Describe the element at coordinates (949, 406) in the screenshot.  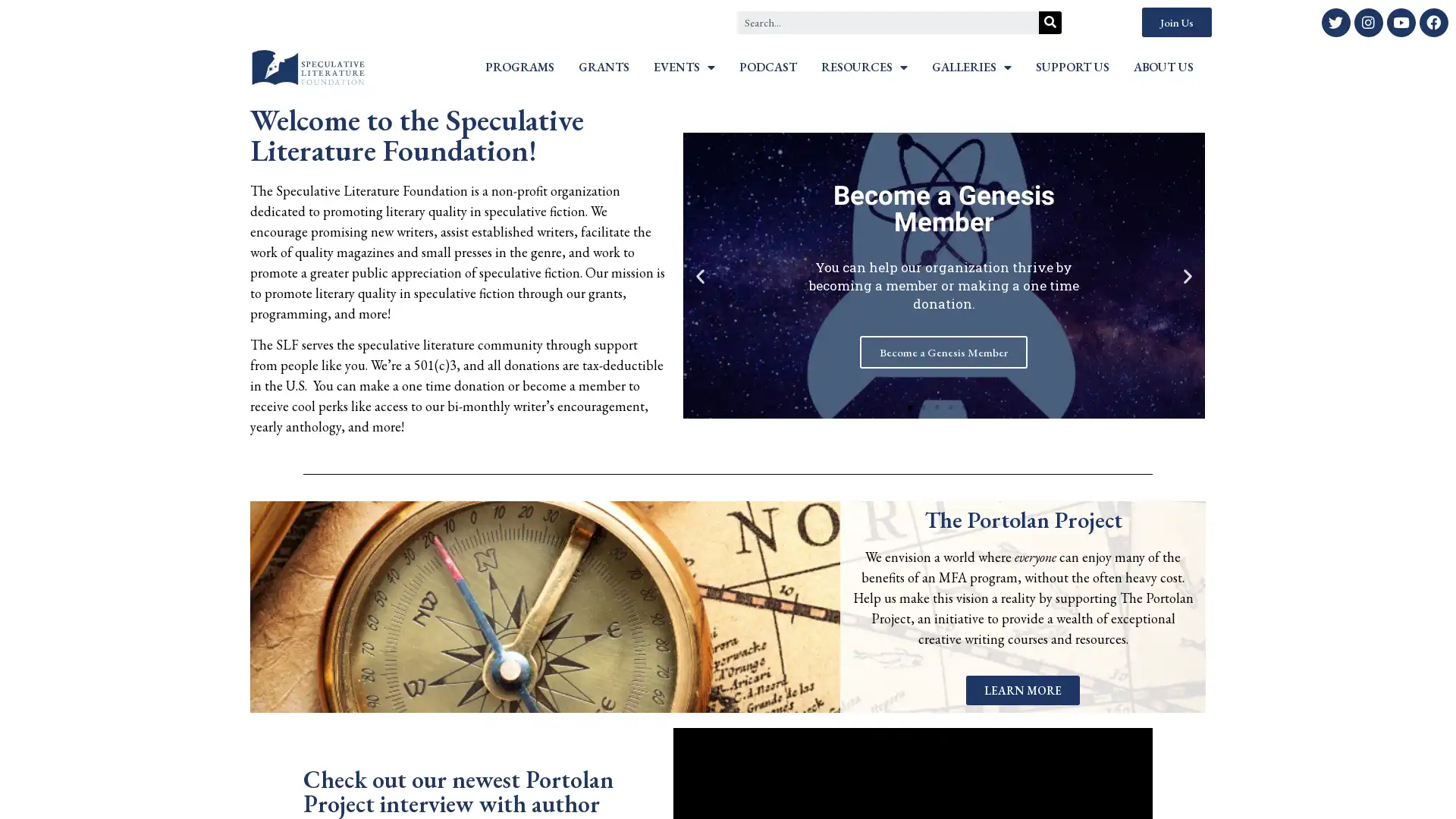
I see `Go to slide 4` at that location.